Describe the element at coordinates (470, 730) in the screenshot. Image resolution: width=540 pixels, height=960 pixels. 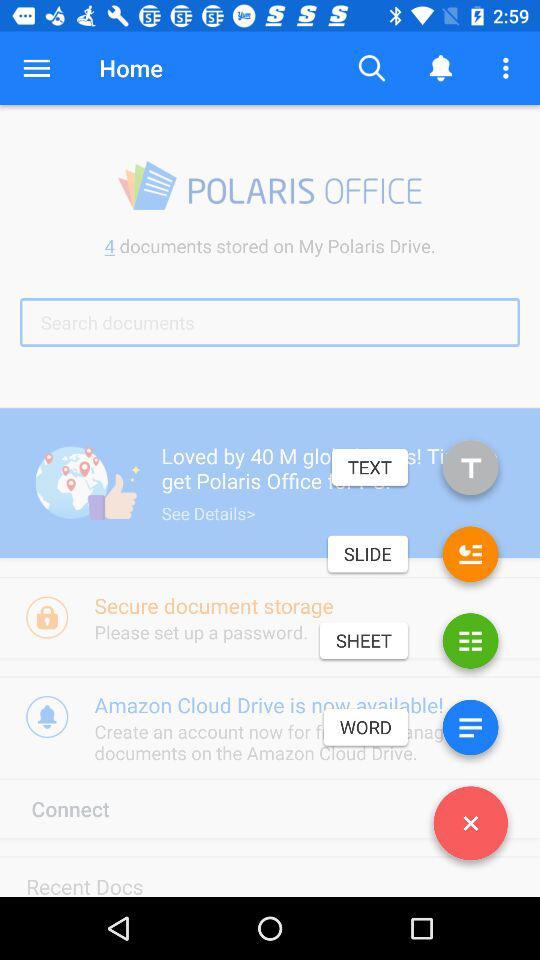
I see `press for word` at that location.